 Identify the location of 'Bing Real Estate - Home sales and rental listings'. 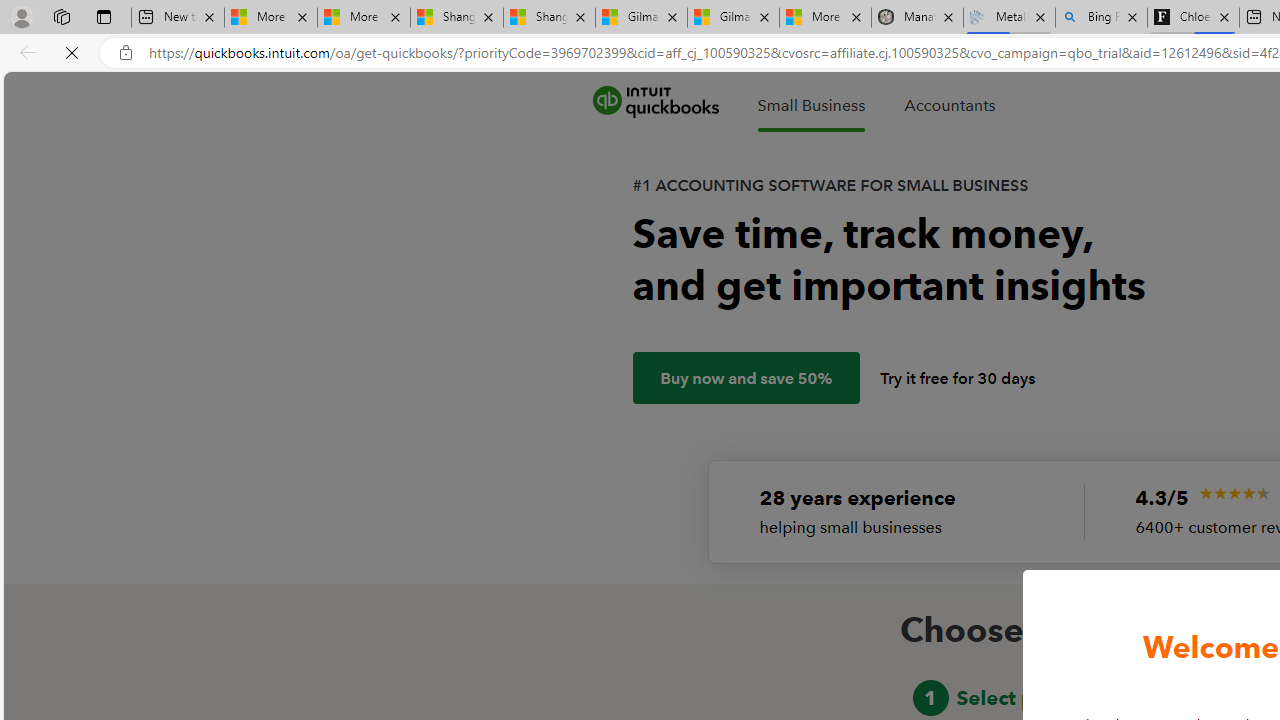
(1100, 17).